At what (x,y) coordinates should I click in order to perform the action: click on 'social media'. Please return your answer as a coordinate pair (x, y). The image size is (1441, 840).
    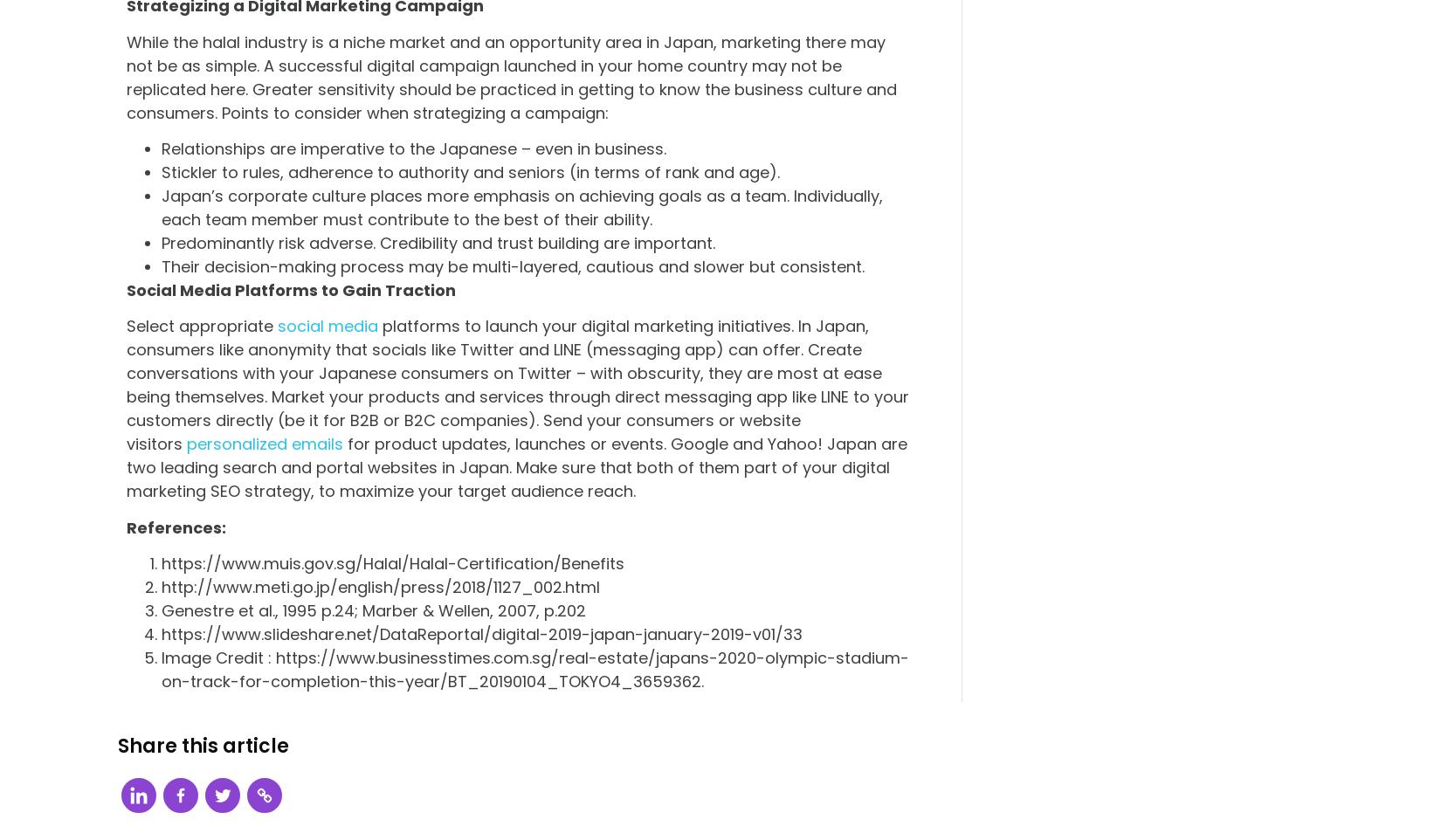
    Looking at the image, I should click on (327, 326).